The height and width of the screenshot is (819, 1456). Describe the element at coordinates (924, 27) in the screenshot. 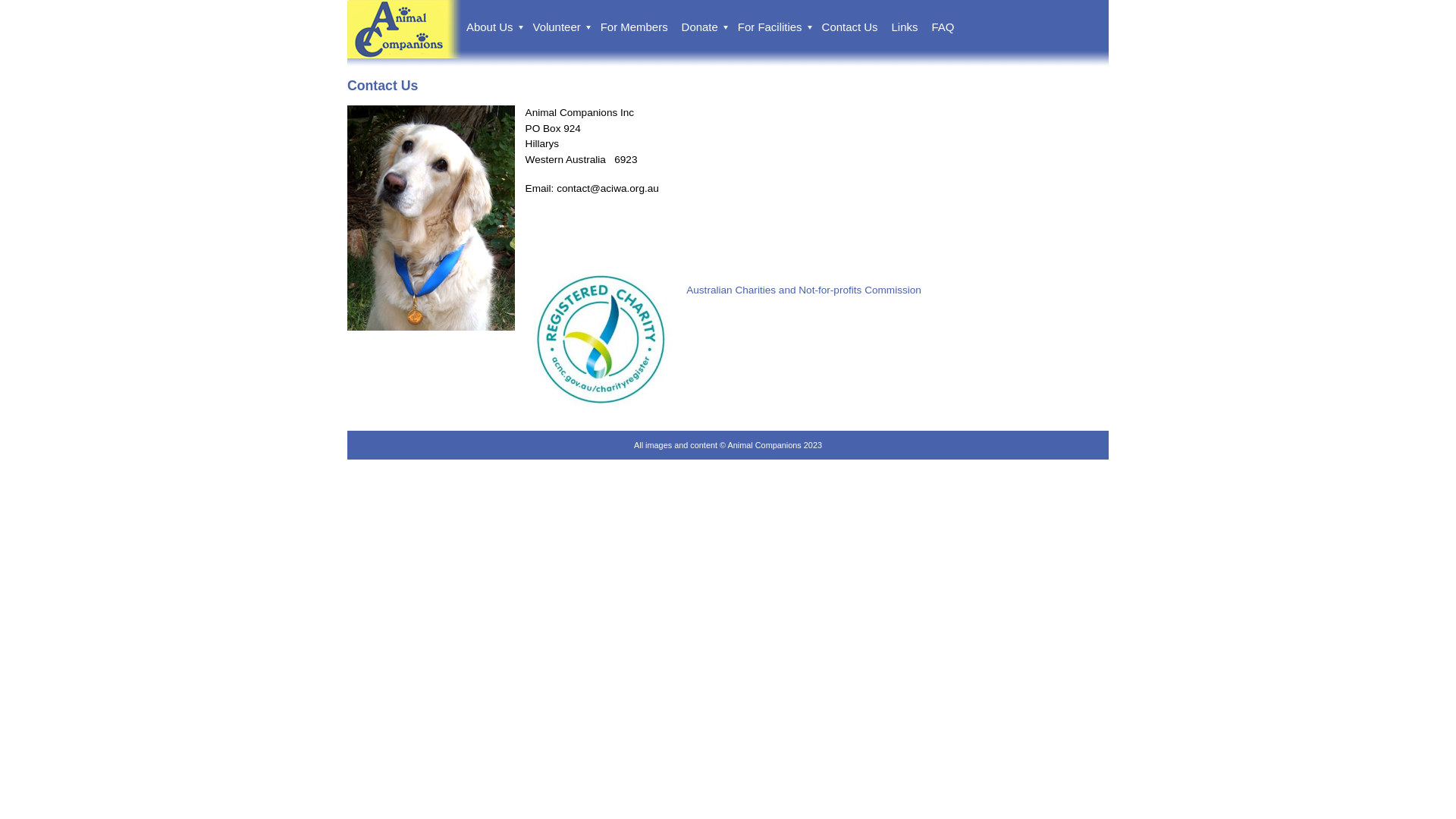

I see `'FAQ'` at that location.